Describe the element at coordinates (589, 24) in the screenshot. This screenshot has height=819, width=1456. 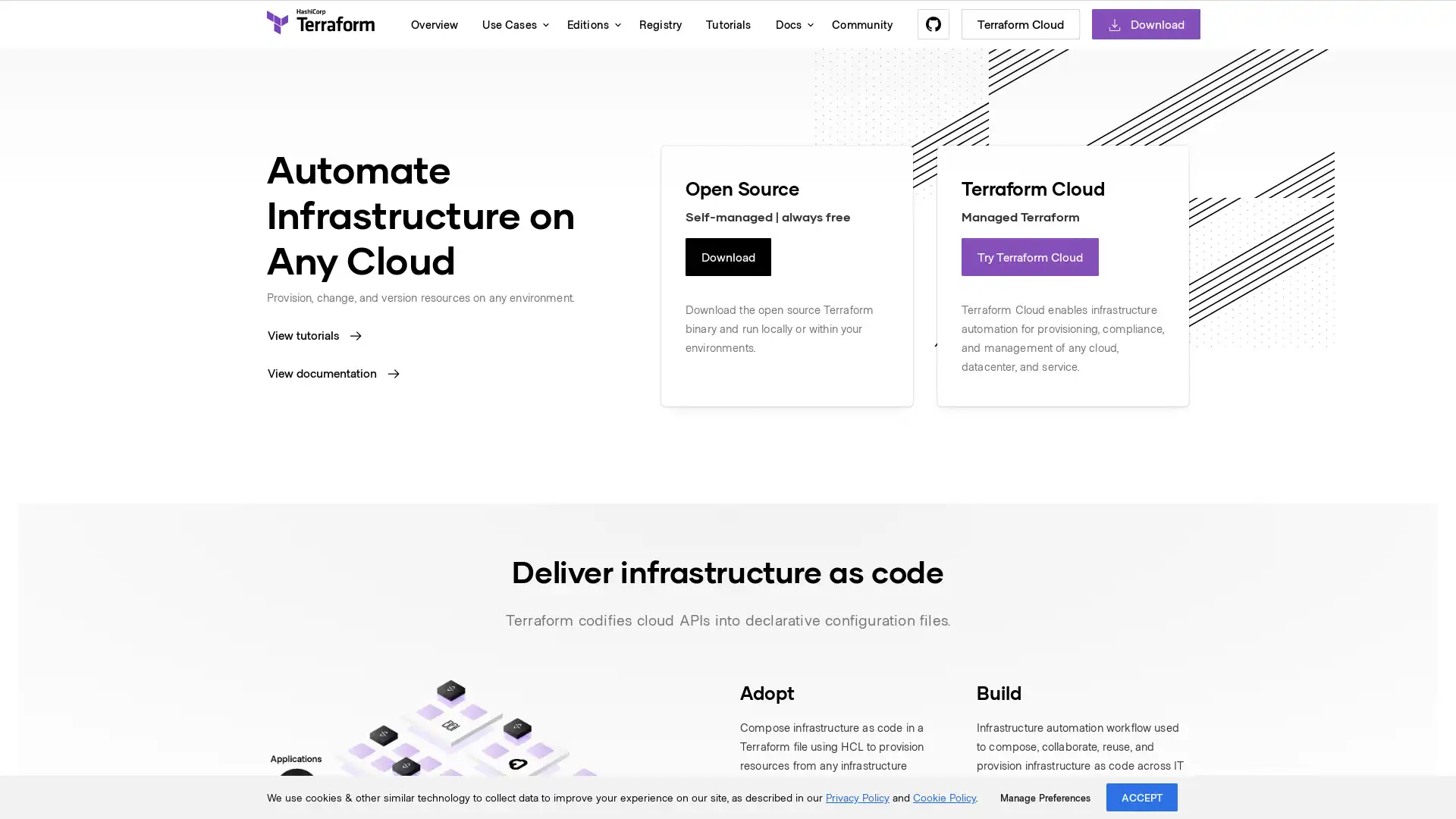
I see `Editions` at that location.